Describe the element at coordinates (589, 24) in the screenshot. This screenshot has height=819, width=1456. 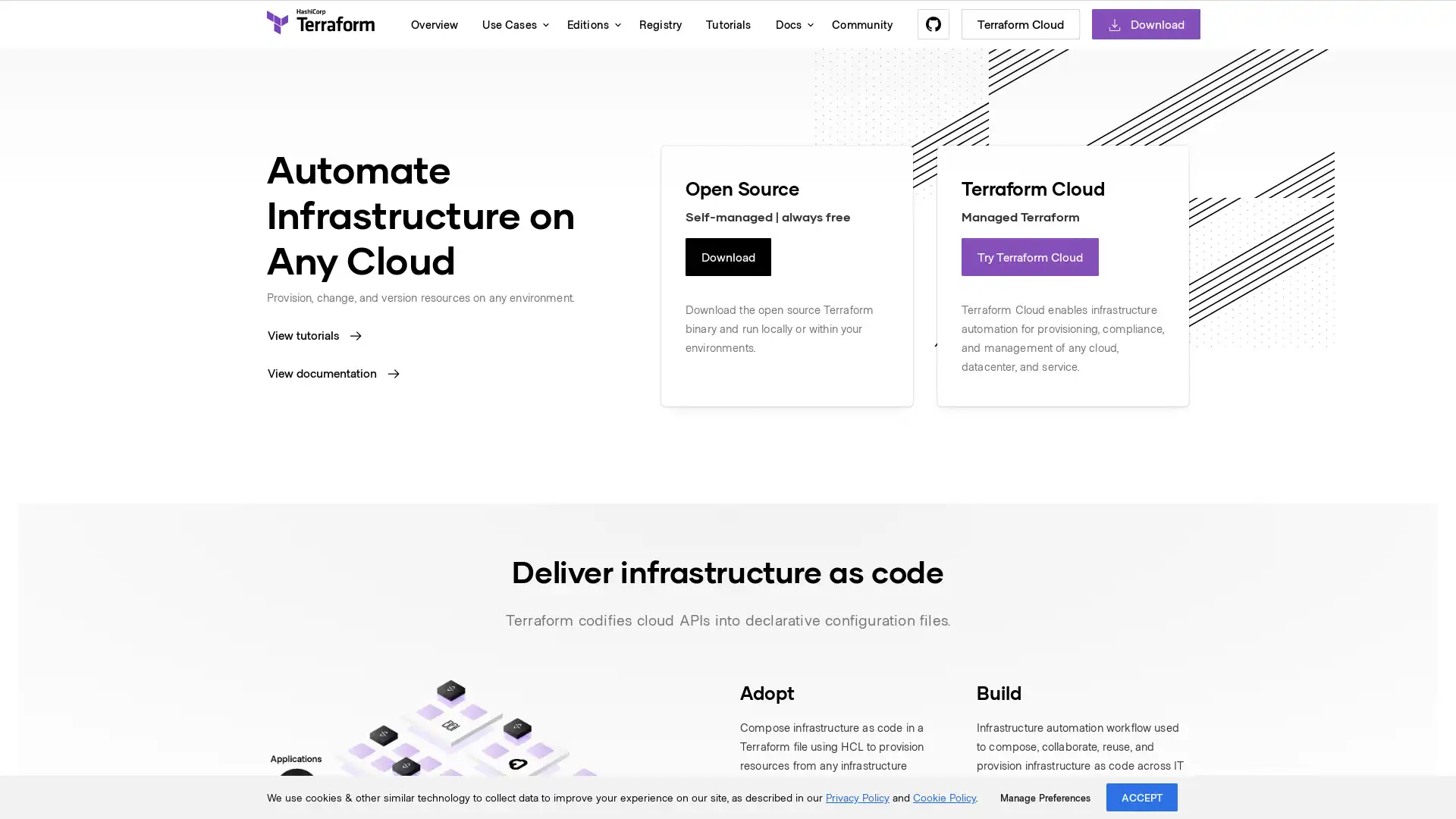
I see `Editions` at that location.